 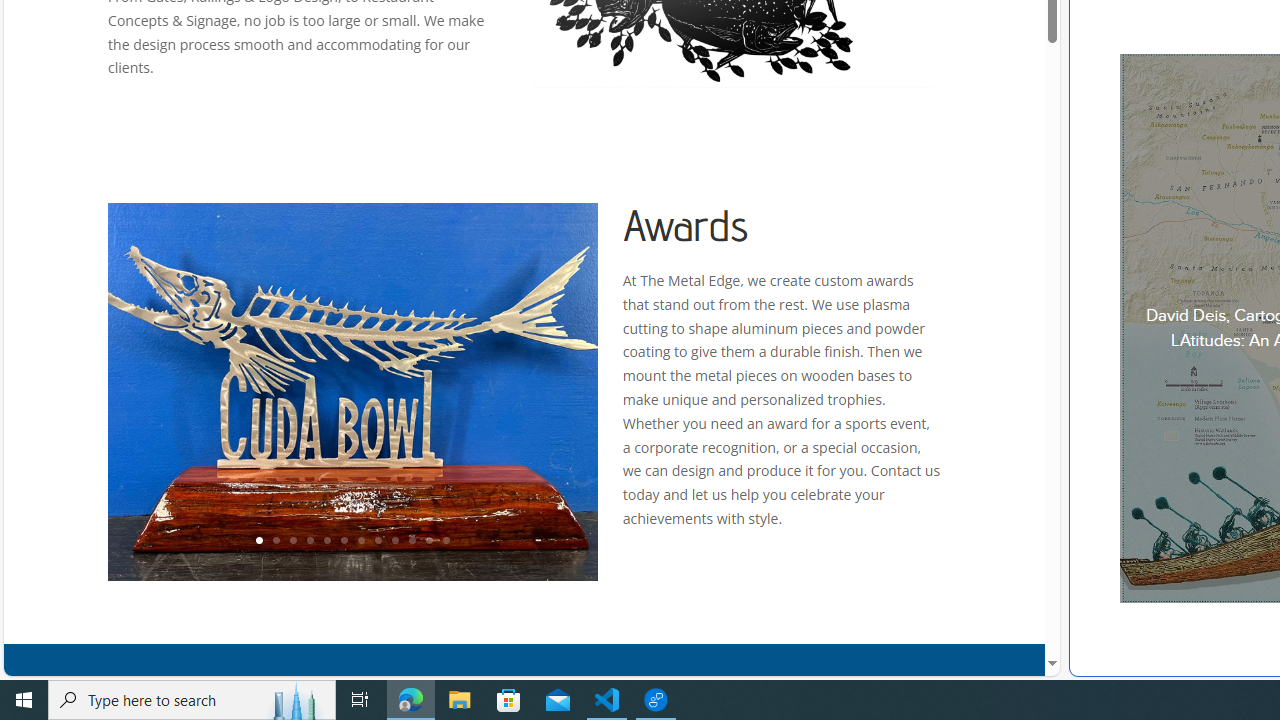 I want to click on '4', so click(x=308, y=541).